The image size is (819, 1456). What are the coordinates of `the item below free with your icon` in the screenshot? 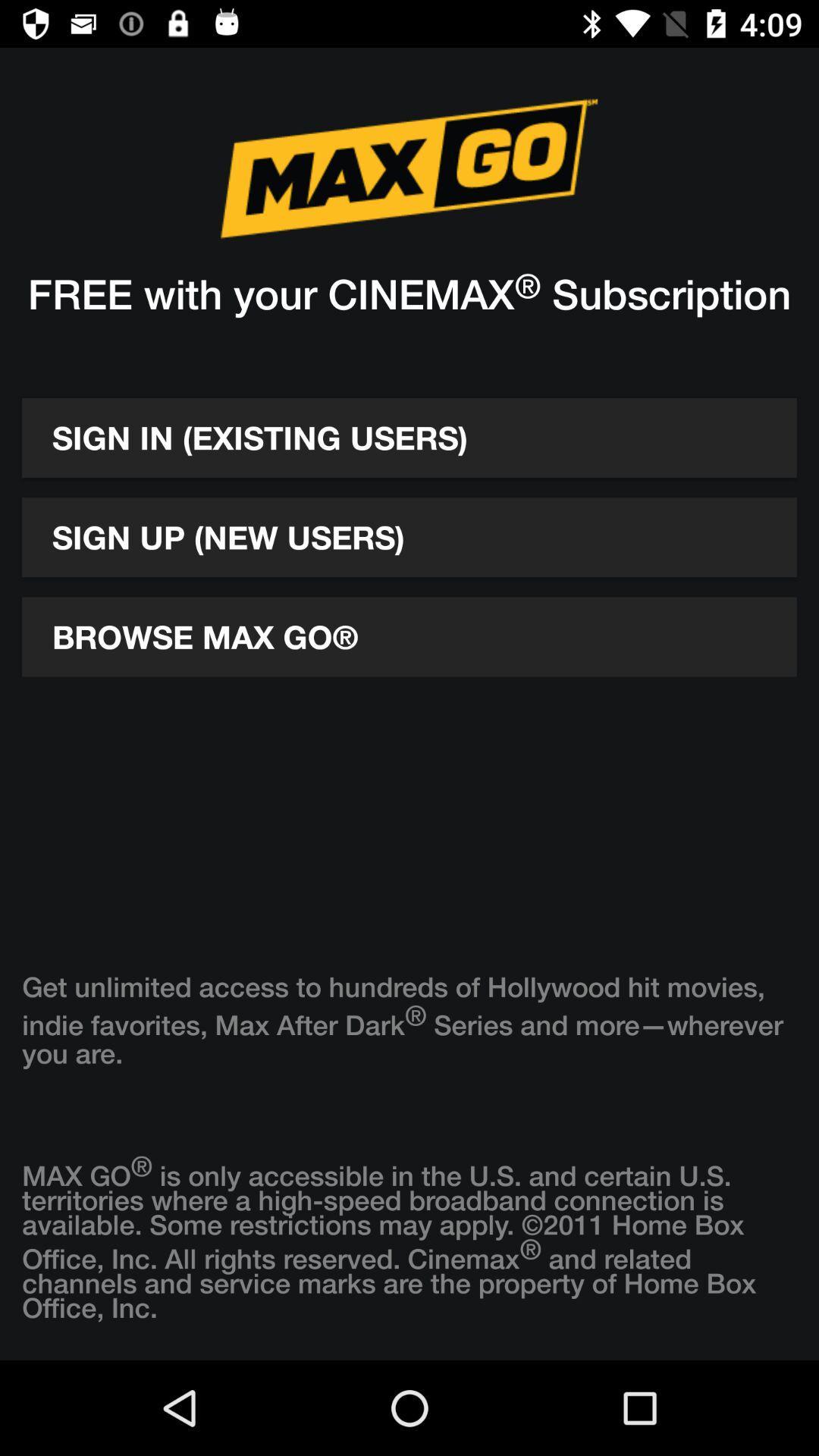 It's located at (409, 437).